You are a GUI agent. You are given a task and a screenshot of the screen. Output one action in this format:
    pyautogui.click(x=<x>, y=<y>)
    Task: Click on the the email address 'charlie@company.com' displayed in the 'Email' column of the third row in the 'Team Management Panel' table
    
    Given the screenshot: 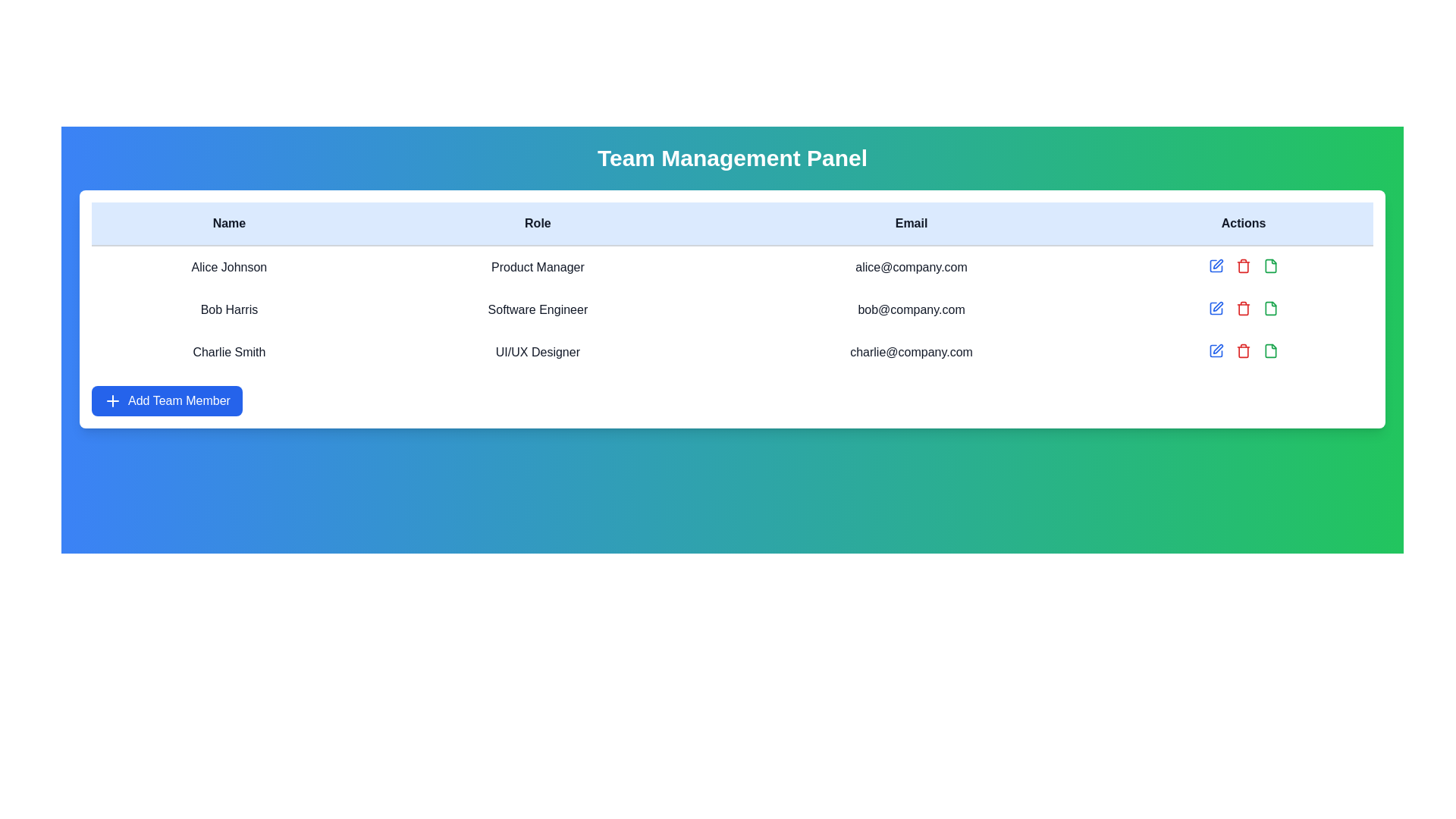 What is the action you would take?
    pyautogui.click(x=911, y=353)
    